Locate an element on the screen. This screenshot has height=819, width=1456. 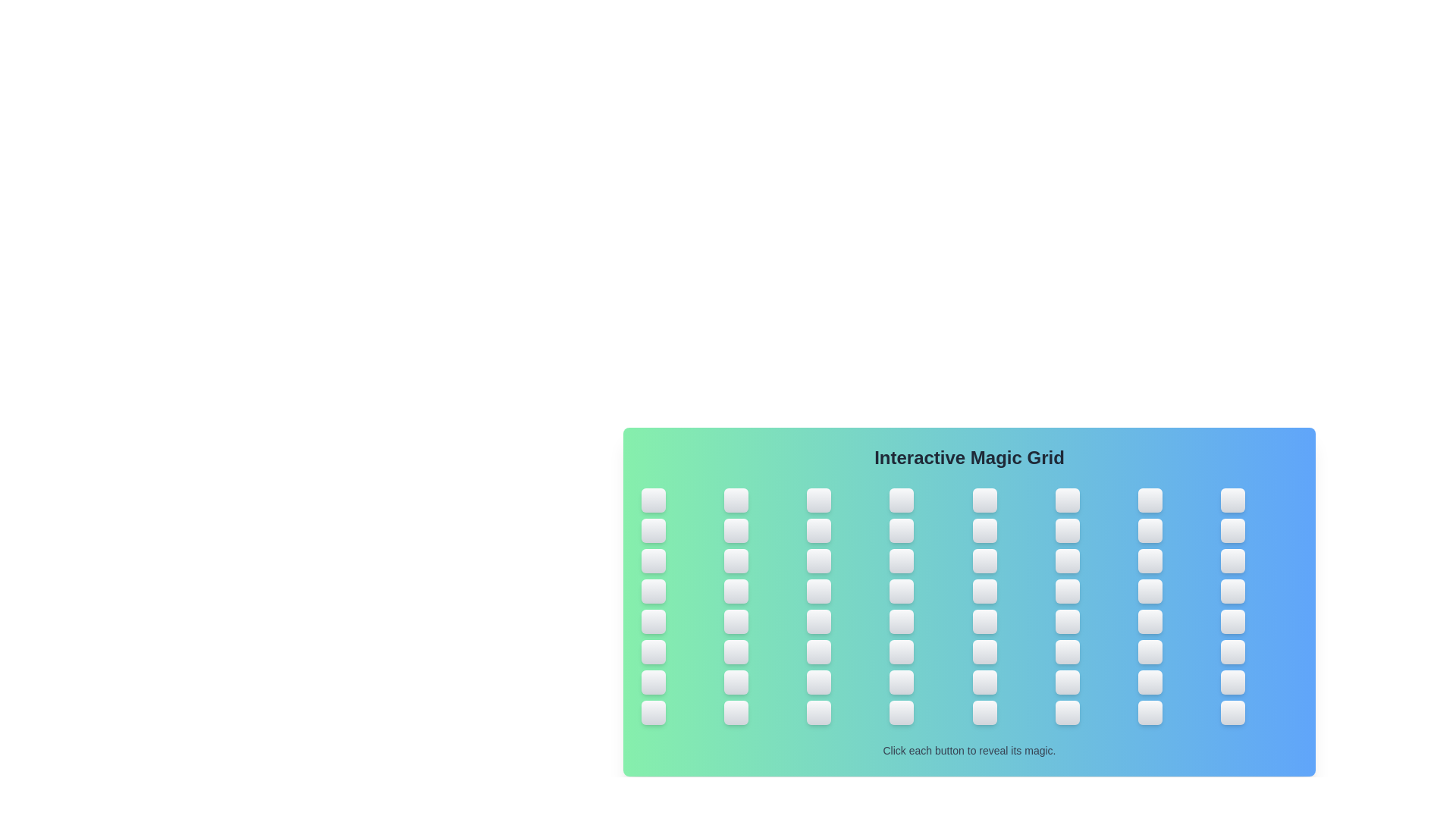
the header text 'Interactive Magic Grid' and read it is located at coordinates (968, 457).